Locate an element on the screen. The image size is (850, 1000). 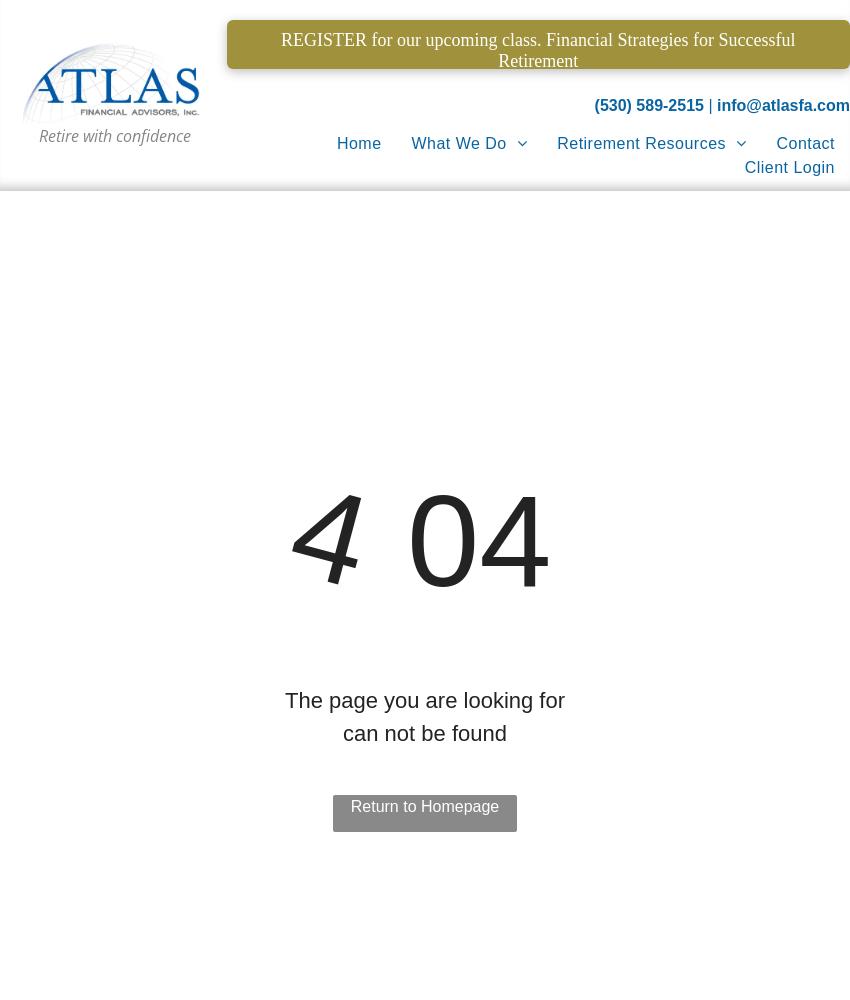
'The page you are looking for' is located at coordinates (282, 699).